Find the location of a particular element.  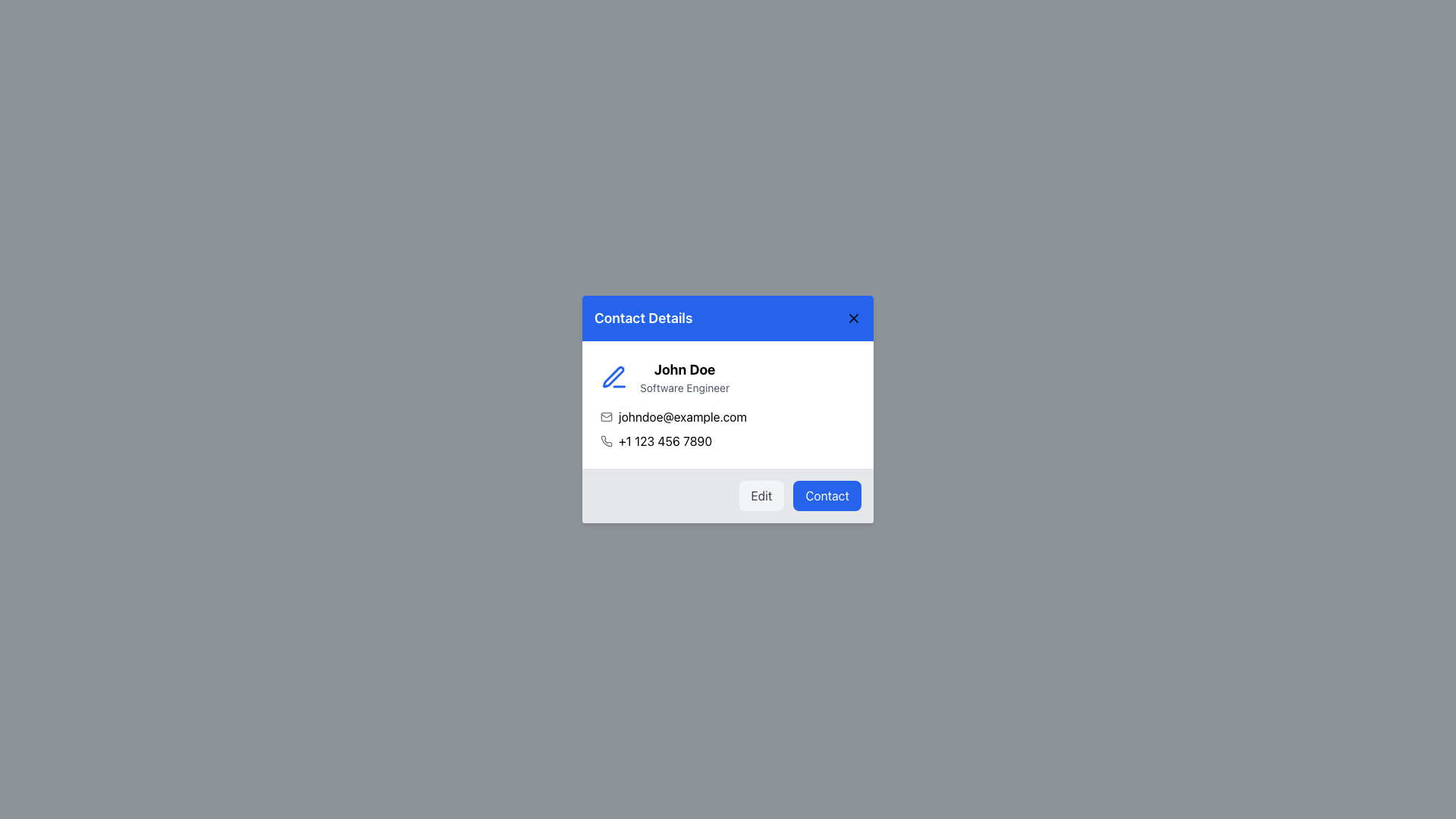

the close button represented by a cross icon located in the top-right blue bar of the dialog box, aligned with the text 'Contact Details' is located at coordinates (854, 318).